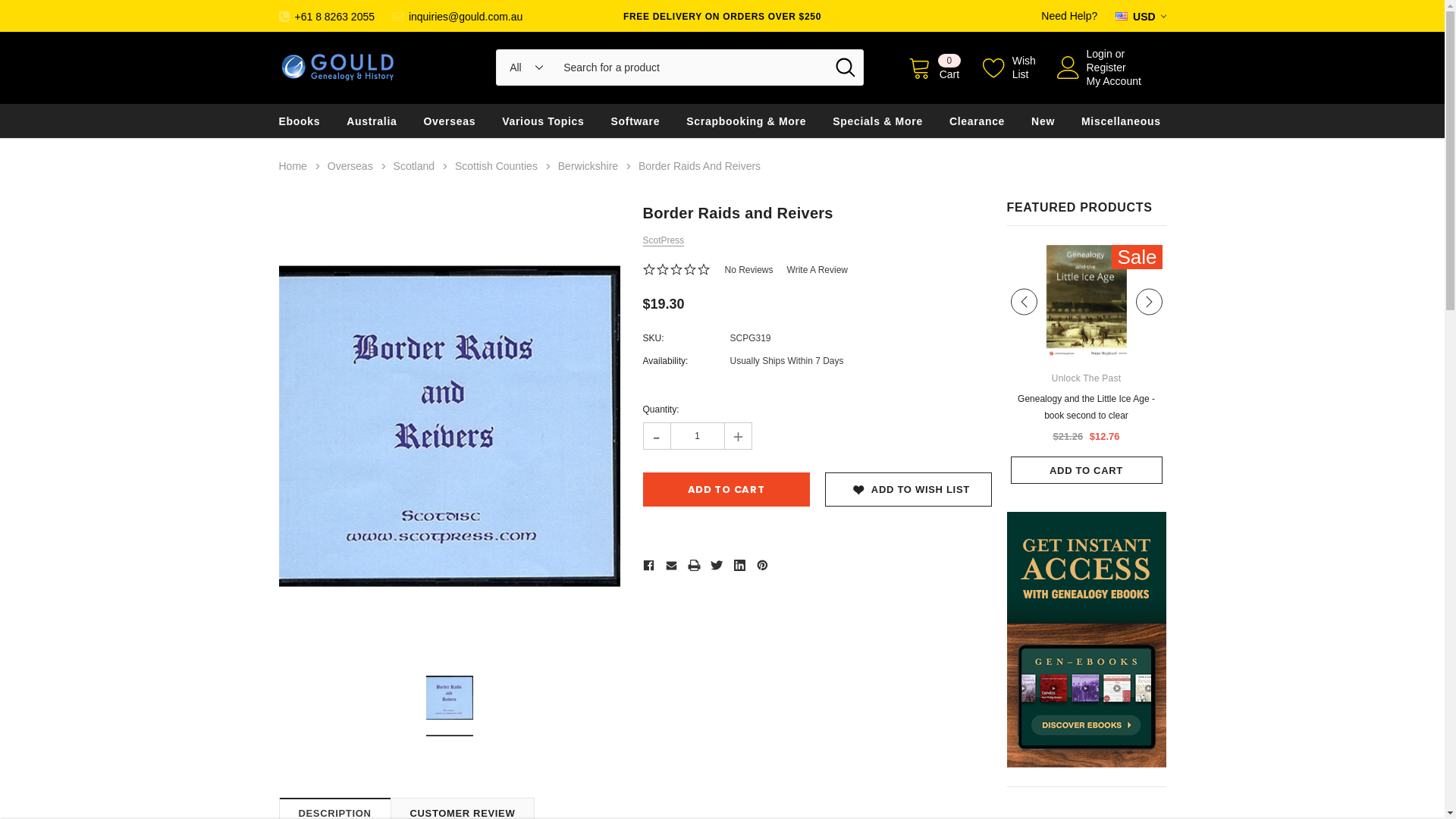  Describe the element at coordinates (414, 166) in the screenshot. I see `'Scotland'` at that location.